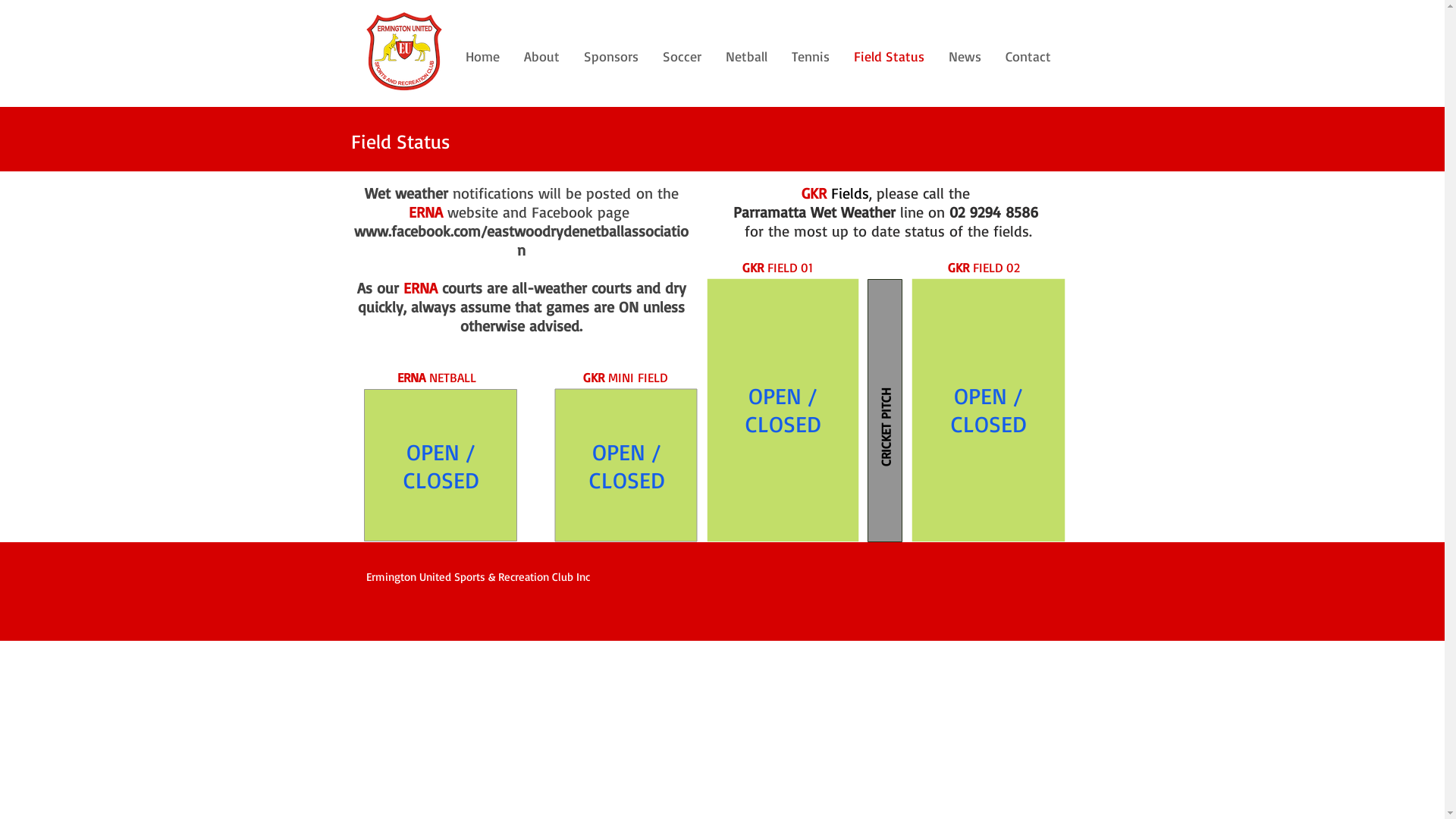 This screenshot has width=1456, height=819. I want to click on 'News', so click(937, 55).